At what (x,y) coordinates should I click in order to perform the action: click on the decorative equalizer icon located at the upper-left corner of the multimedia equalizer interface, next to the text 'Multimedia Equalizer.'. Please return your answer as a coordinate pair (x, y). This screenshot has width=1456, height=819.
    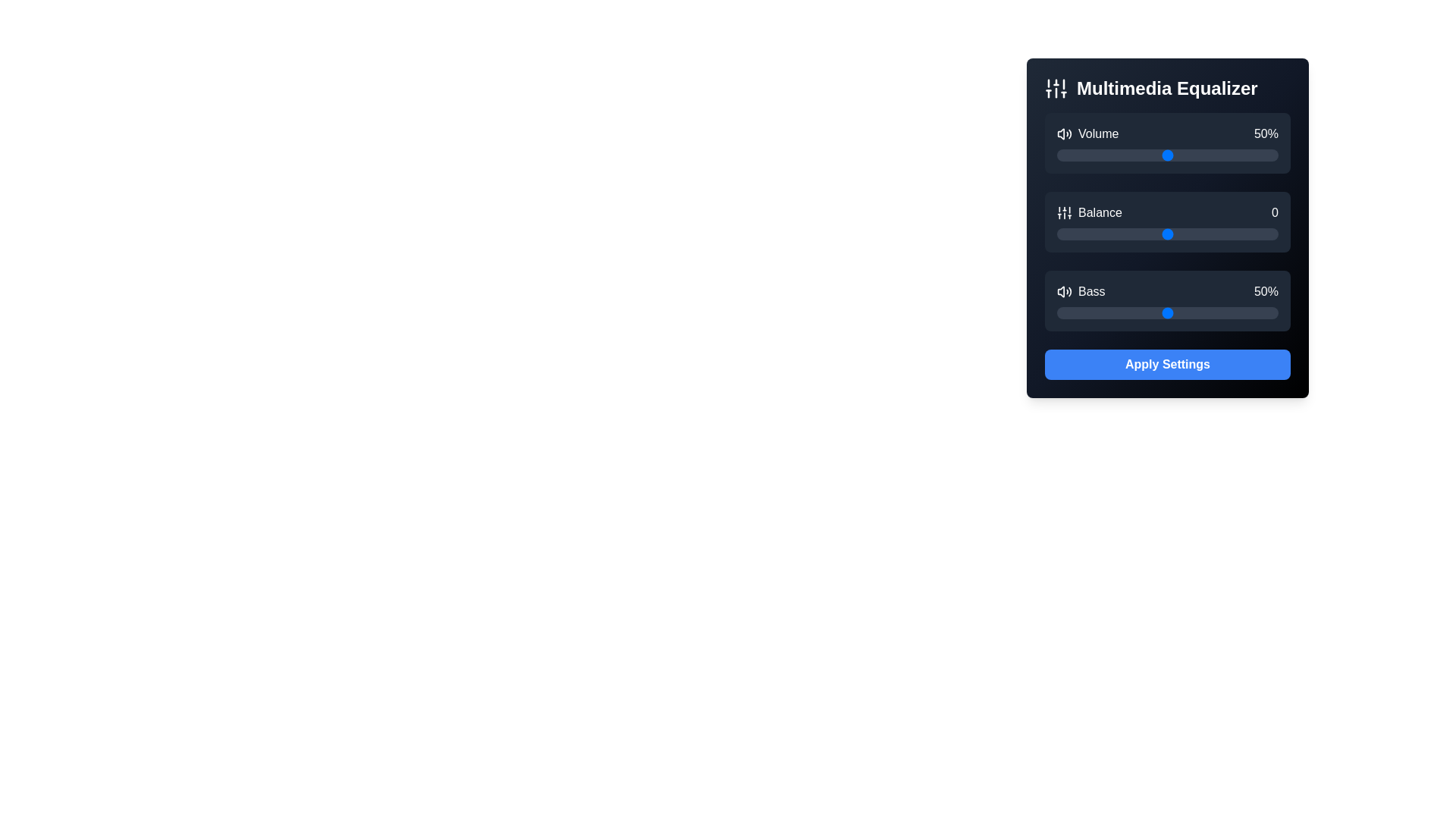
    Looking at the image, I should click on (1055, 88).